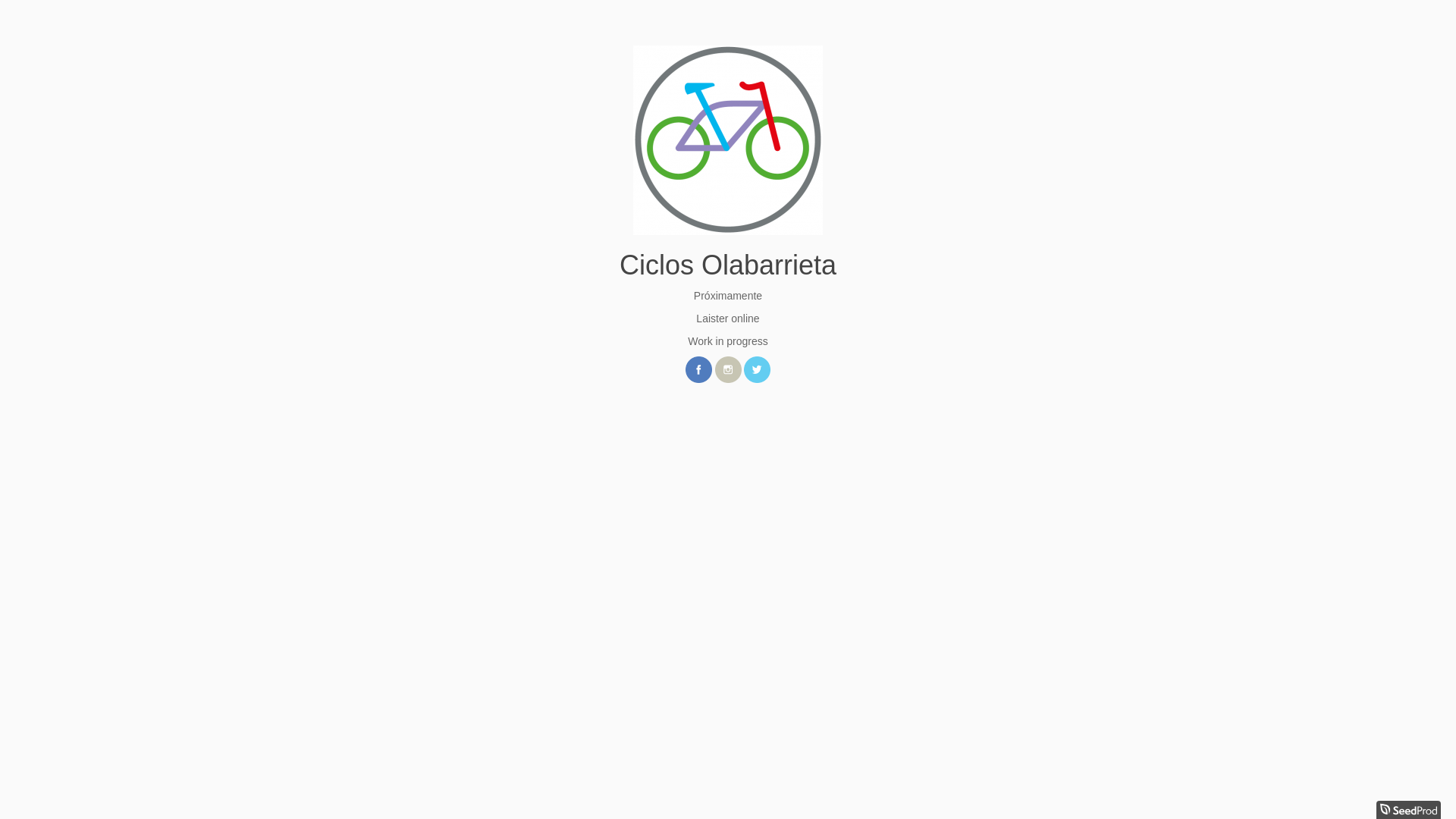 The image size is (1456, 819). What do you see at coordinates (684, 369) in the screenshot?
I see `'Facebook'` at bounding box center [684, 369].